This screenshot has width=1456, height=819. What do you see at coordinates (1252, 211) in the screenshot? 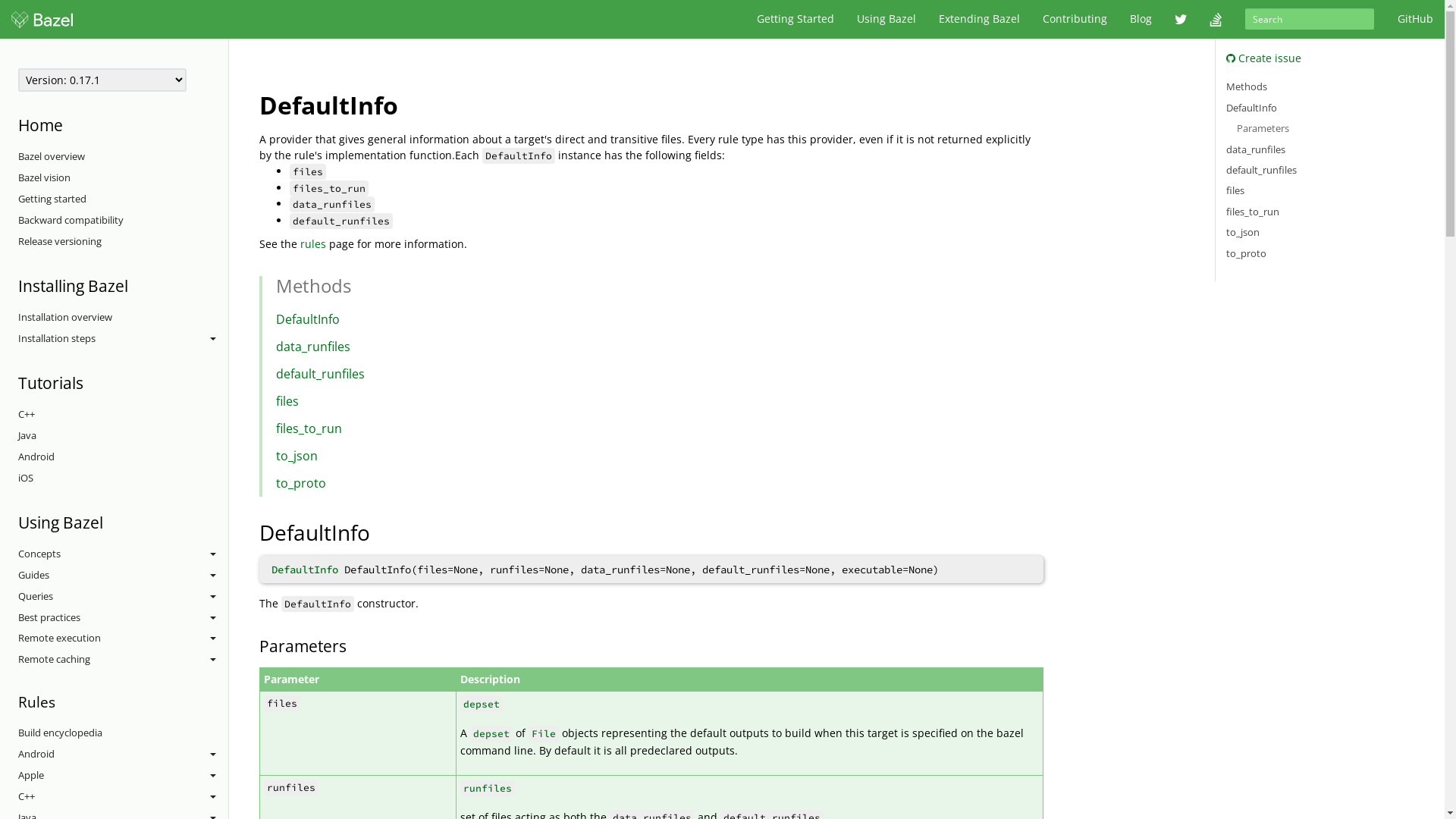
I see `'files_to_run'` at bounding box center [1252, 211].